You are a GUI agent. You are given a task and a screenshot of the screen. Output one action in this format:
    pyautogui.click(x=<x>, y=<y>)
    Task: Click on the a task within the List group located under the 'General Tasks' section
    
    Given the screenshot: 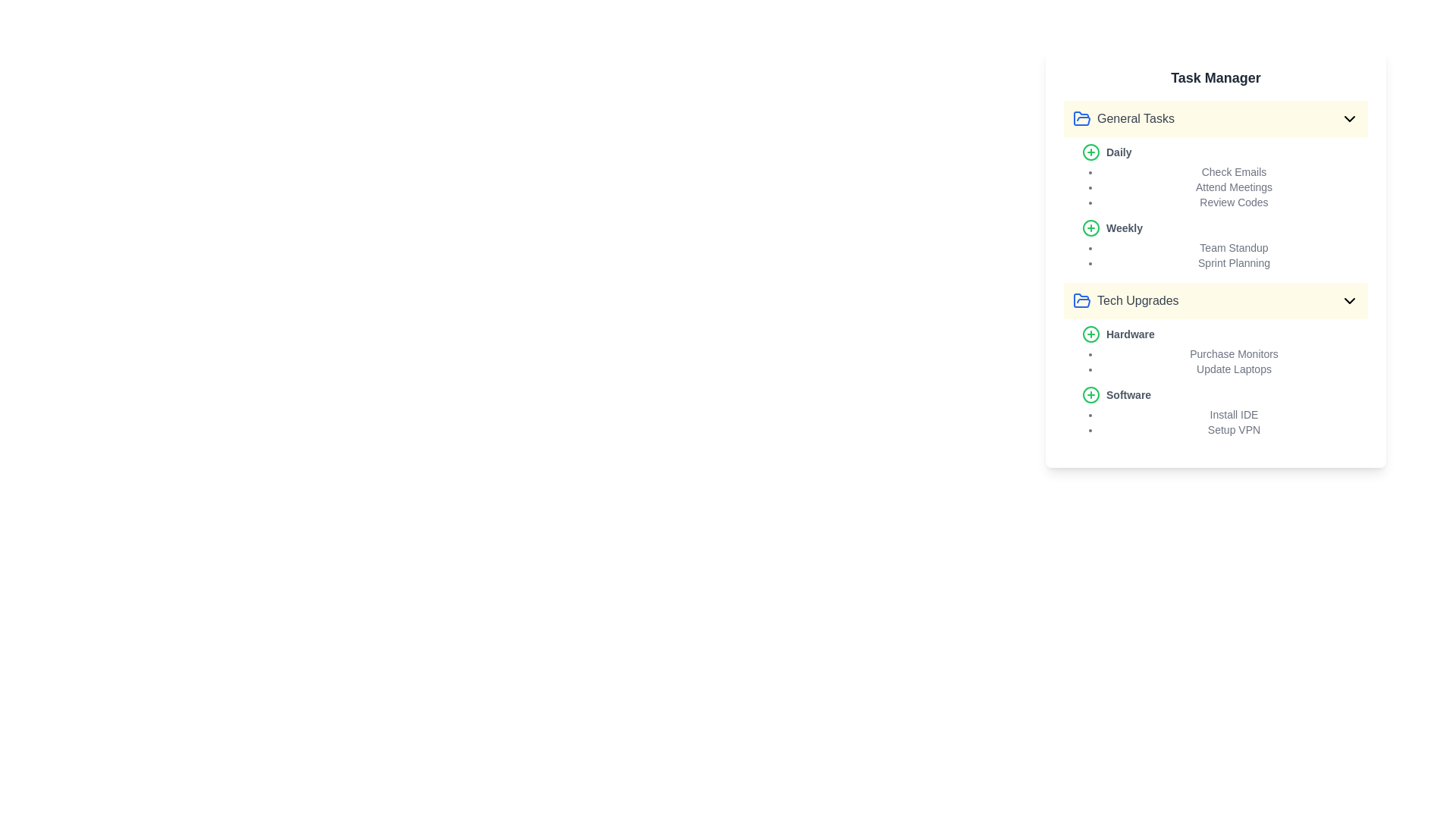 What is the action you would take?
    pyautogui.click(x=1216, y=207)
    